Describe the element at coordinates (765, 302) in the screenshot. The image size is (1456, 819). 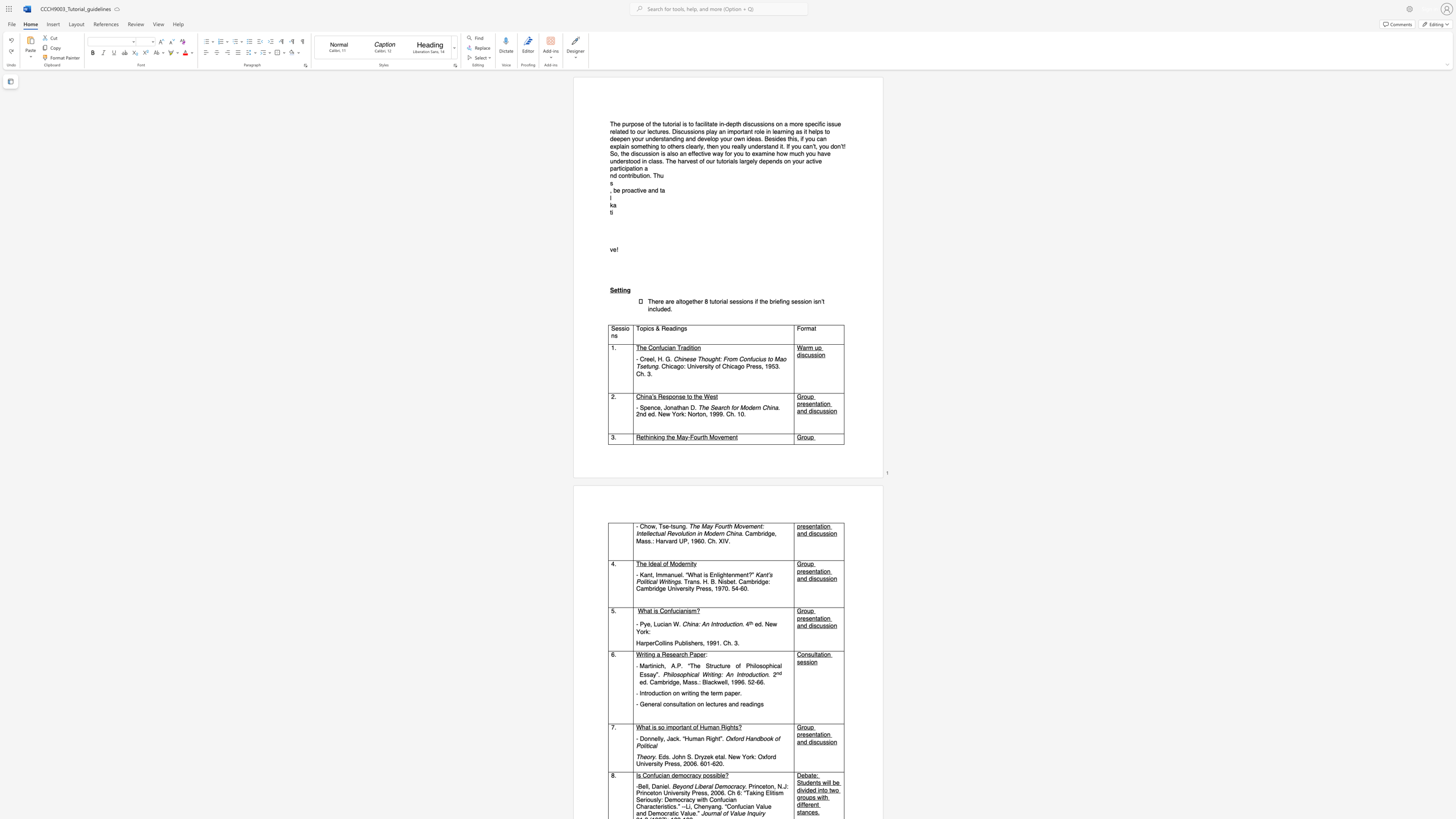
I see `the 7th character "e" in the text` at that location.